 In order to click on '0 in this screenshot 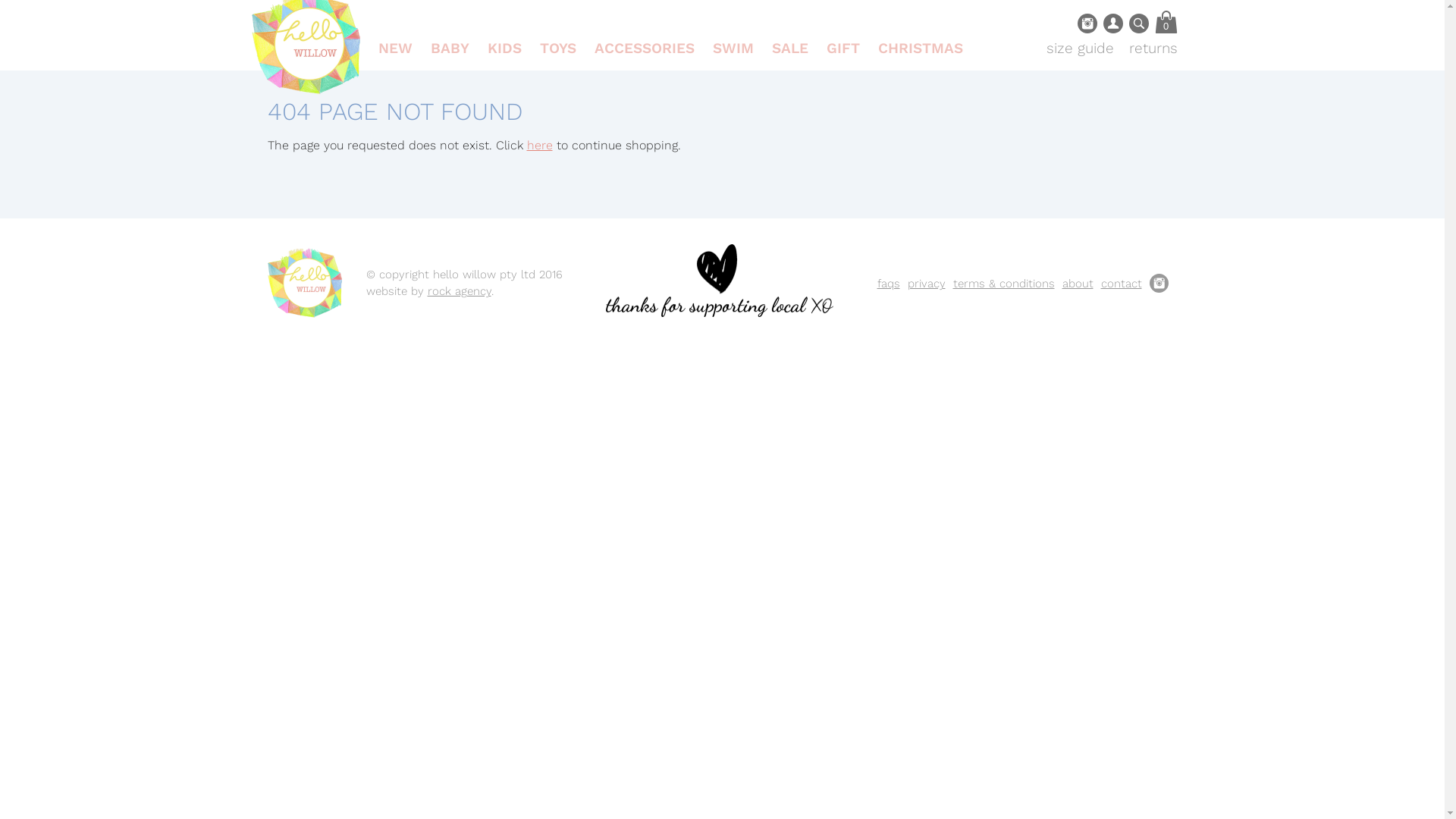, I will do `click(1153, 22)`.